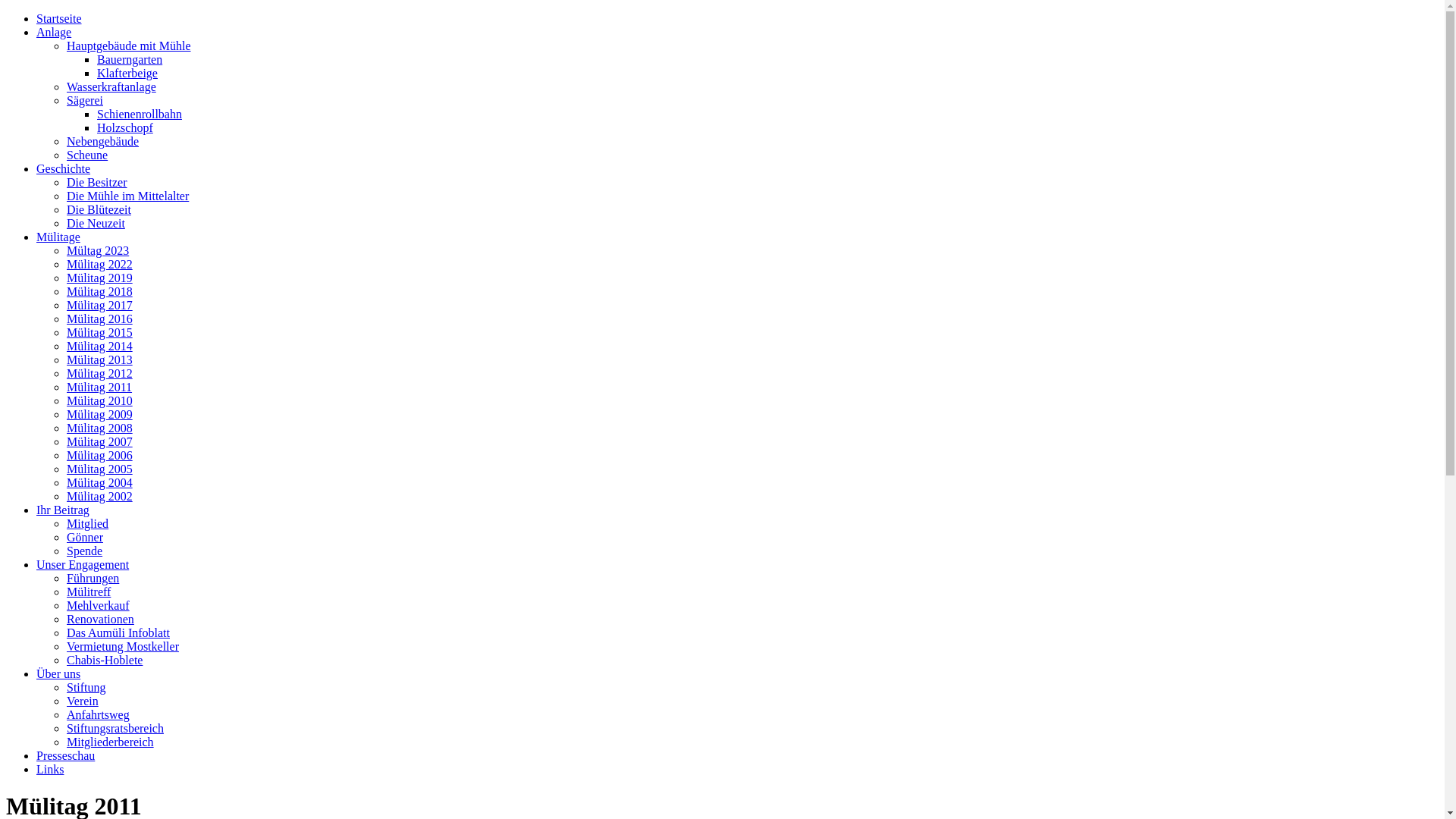 The height and width of the screenshot is (819, 1456). I want to click on 'Wasserkraftanlage', so click(111, 86).